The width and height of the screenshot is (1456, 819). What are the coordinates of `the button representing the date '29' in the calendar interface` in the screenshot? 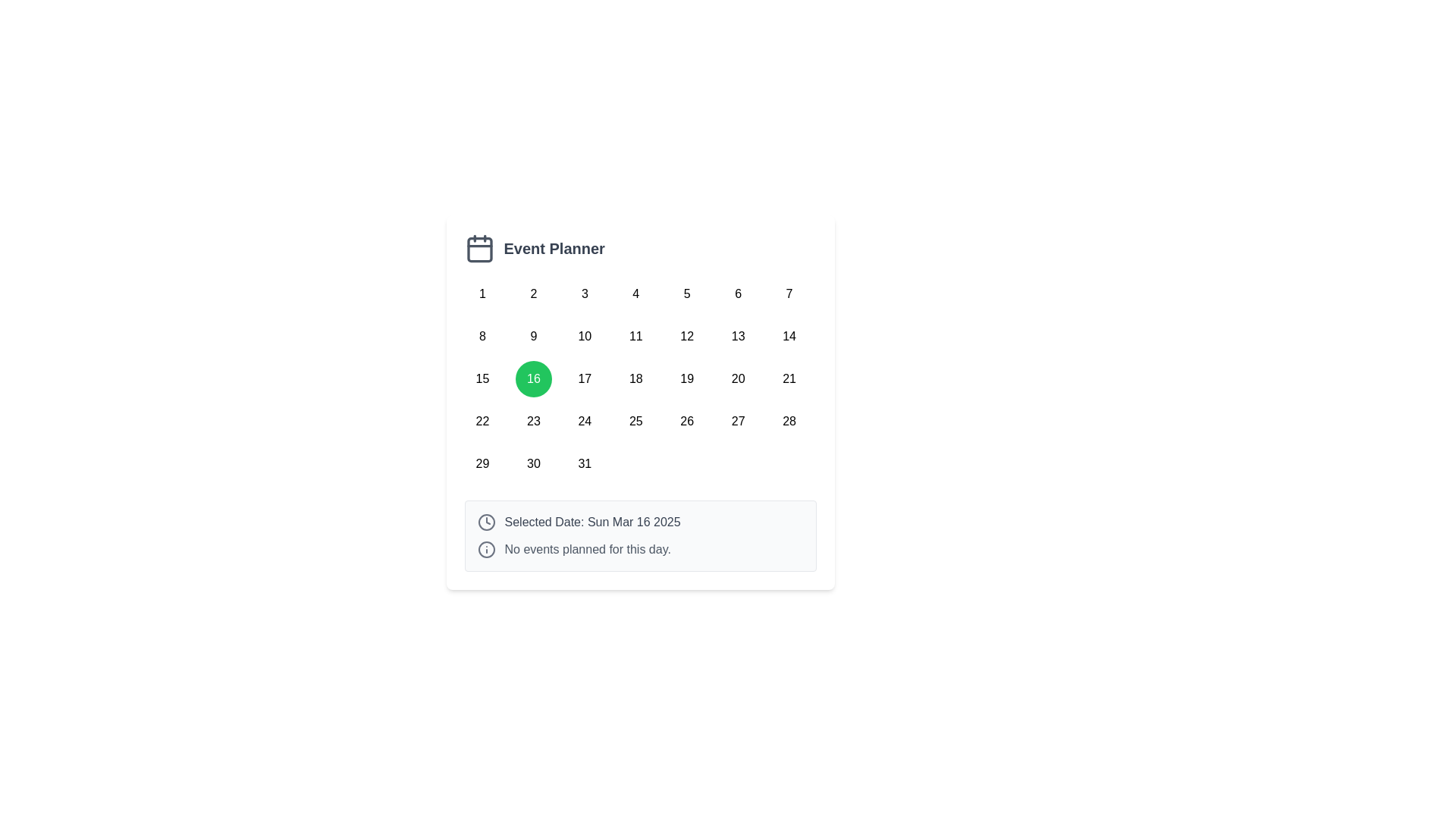 It's located at (482, 463).